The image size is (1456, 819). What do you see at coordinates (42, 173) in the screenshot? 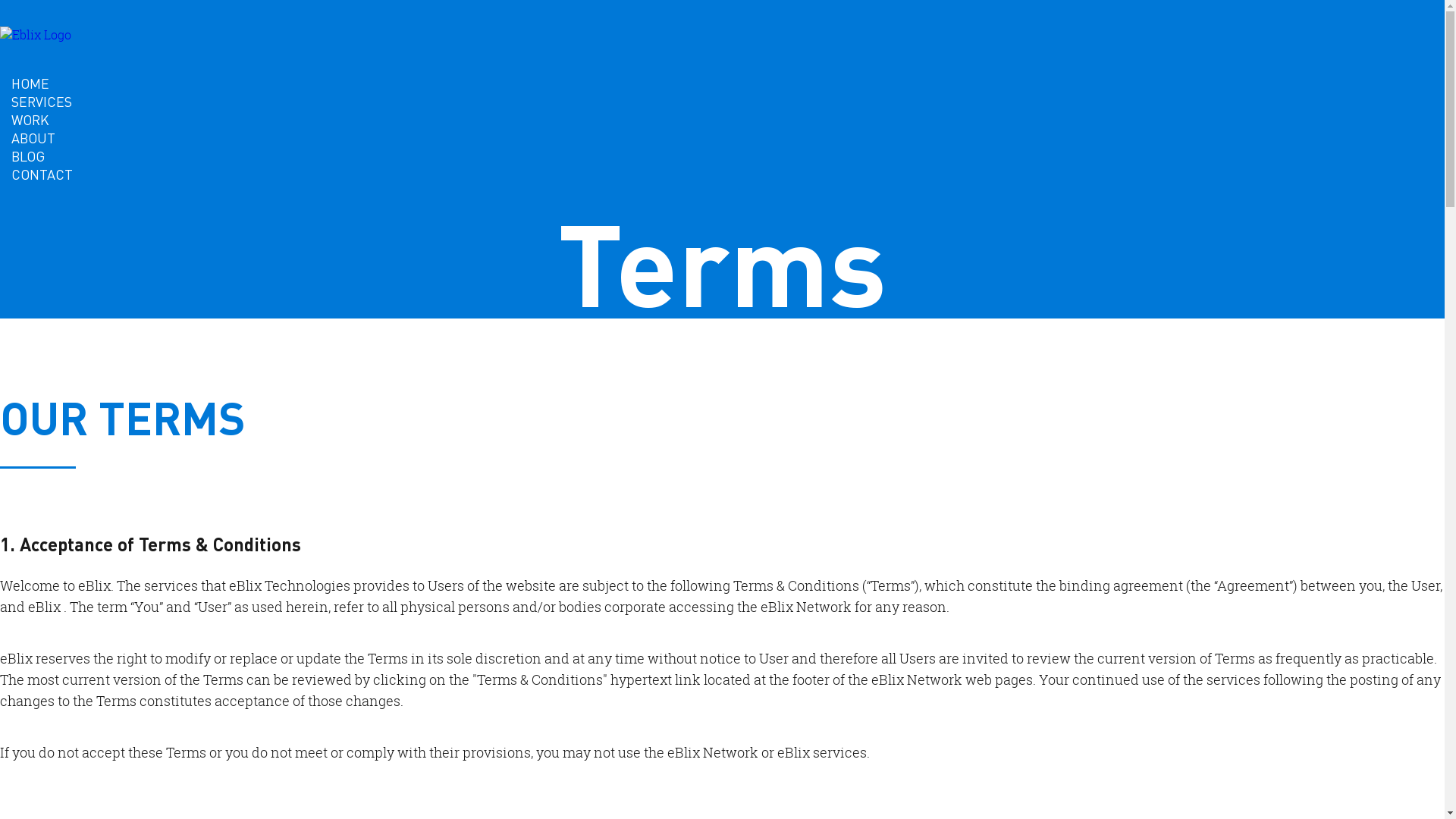
I see `'CONTACT'` at bounding box center [42, 173].